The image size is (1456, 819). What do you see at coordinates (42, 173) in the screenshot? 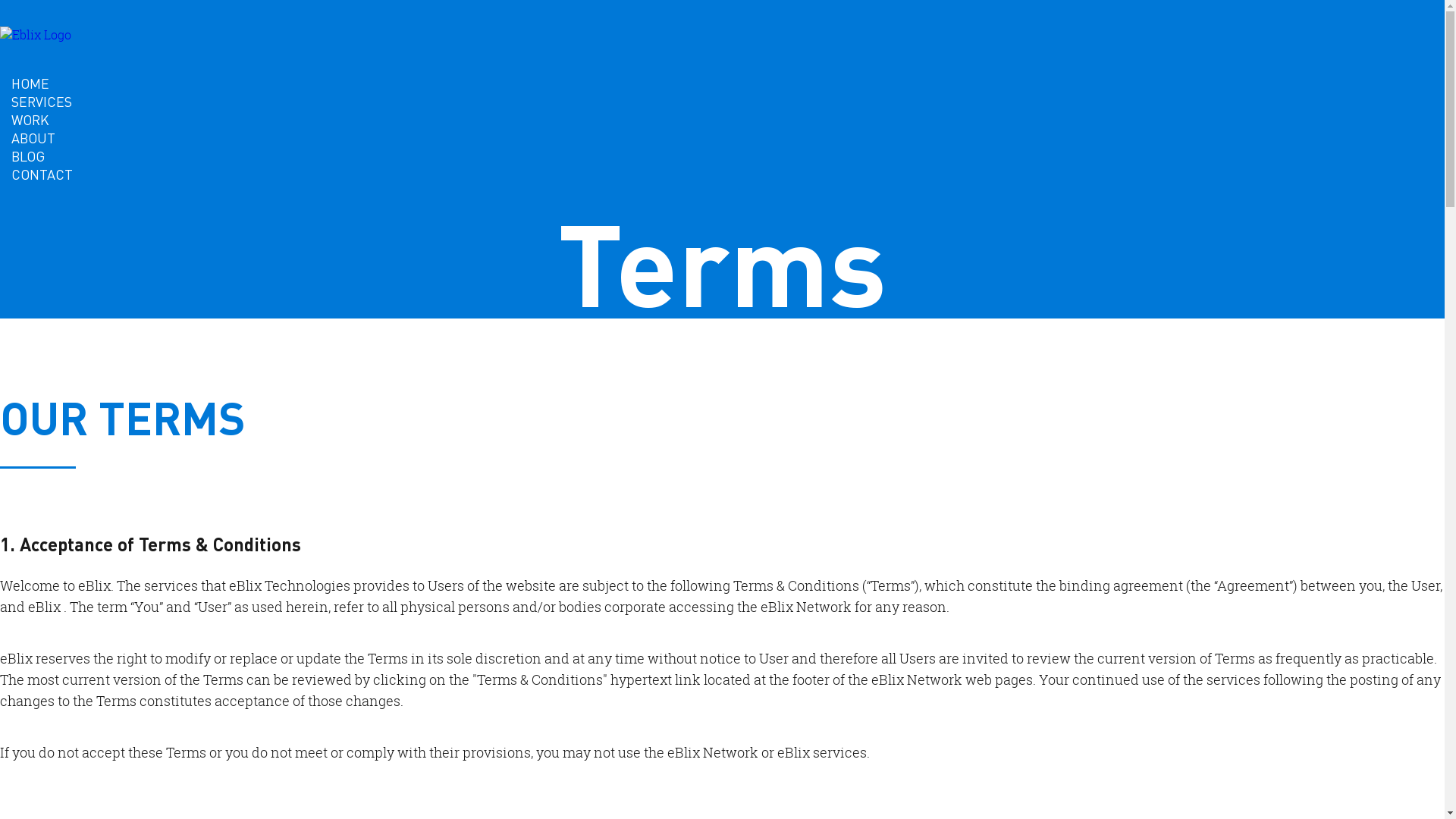
I see `'CONTACT'` at bounding box center [42, 173].